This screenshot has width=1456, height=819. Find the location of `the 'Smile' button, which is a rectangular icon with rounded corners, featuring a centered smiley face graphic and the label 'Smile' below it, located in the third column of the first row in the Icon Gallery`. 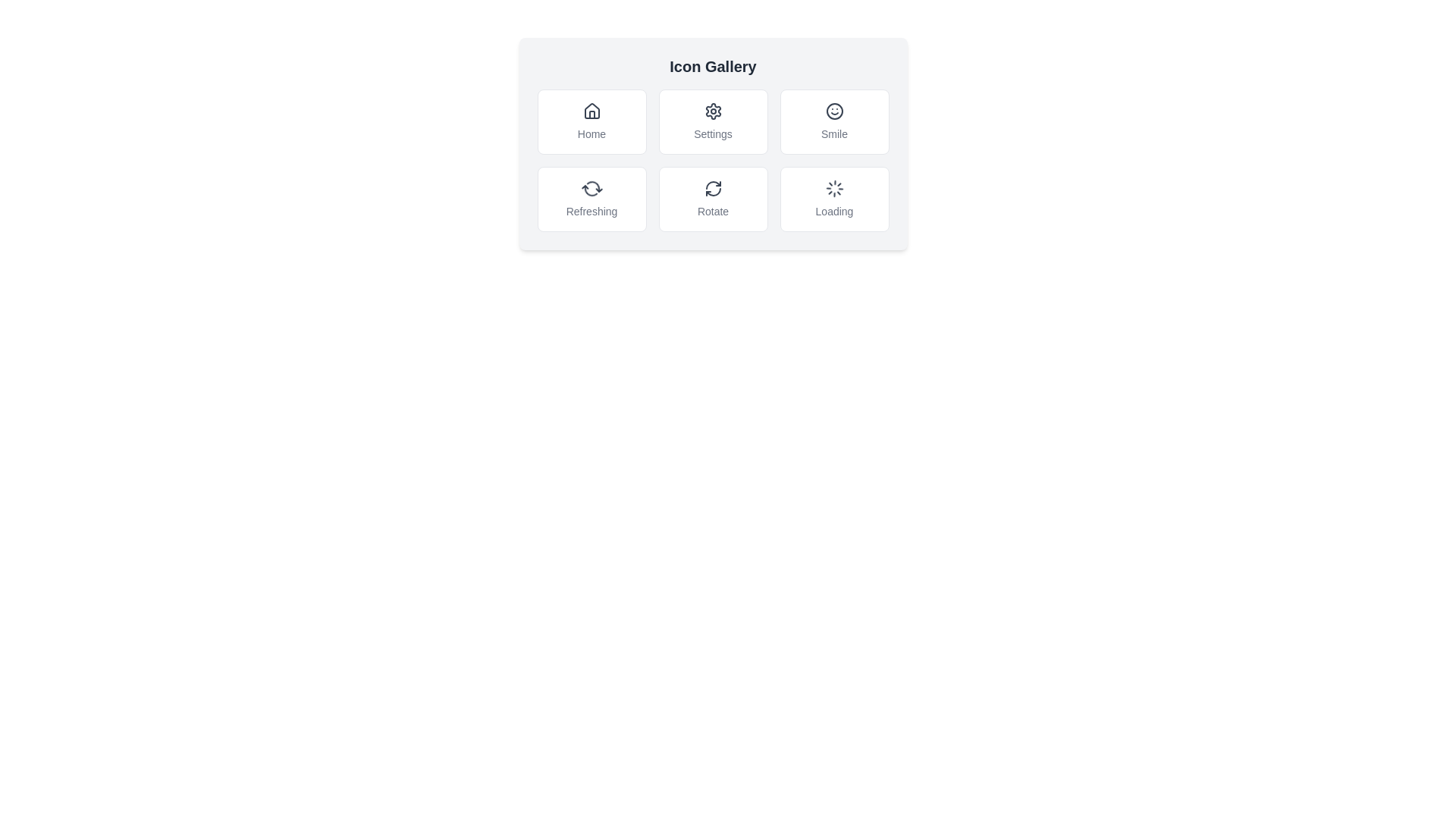

the 'Smile' button, which is a rectangular icon with rounded corners, featuring a centered smiley face graphic and the label 'Smile' below it, located in the third column of the first row in the Icon Gallery is located at coordinates (833, 121).